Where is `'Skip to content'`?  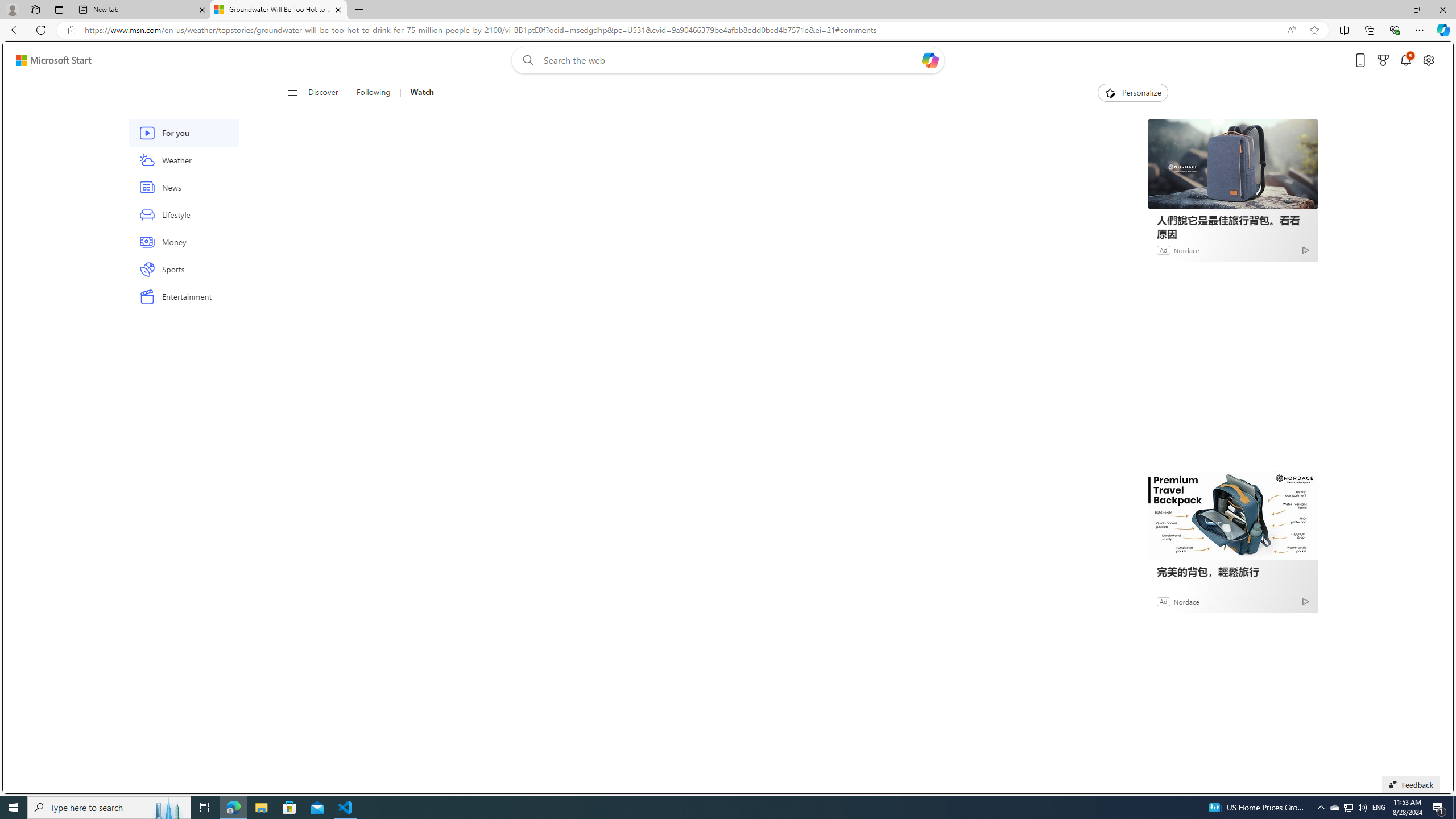
'Skip to content' is located at coordinates (49, 59).